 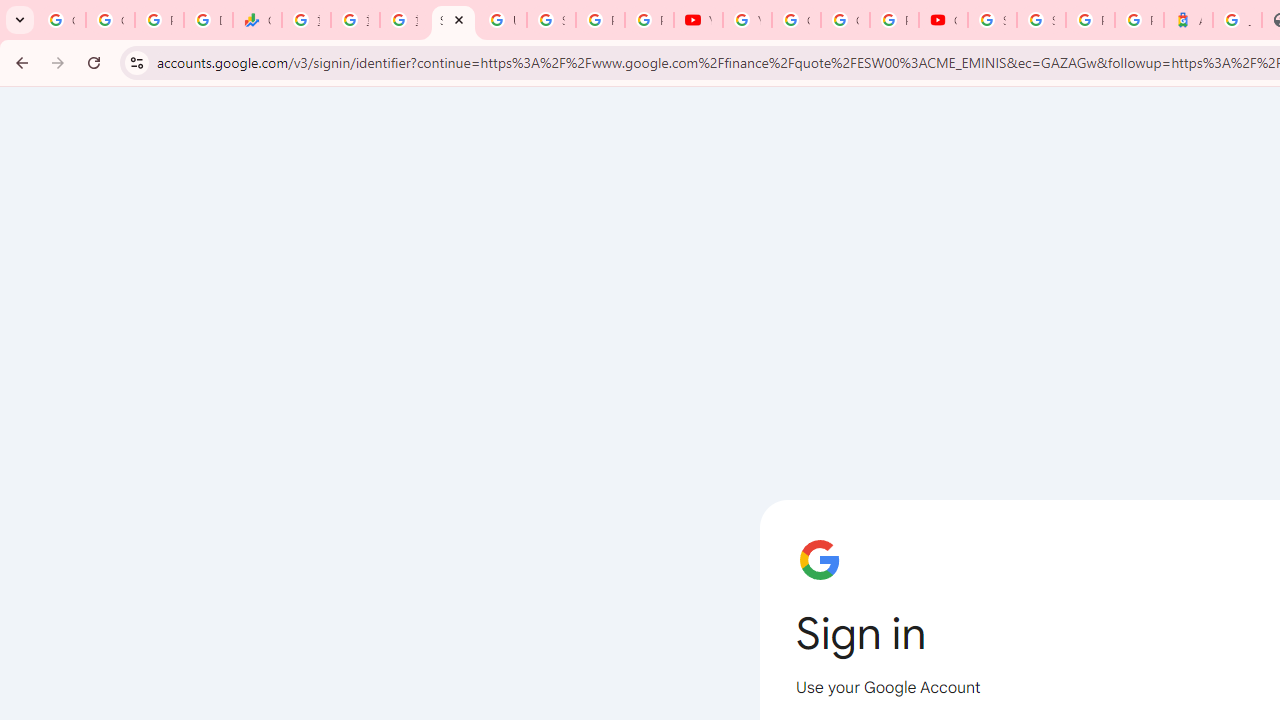 What do you see at coordinates (746, 20) in the screenshot?
I see `'YouTube'` at bounding box center [746, 20].